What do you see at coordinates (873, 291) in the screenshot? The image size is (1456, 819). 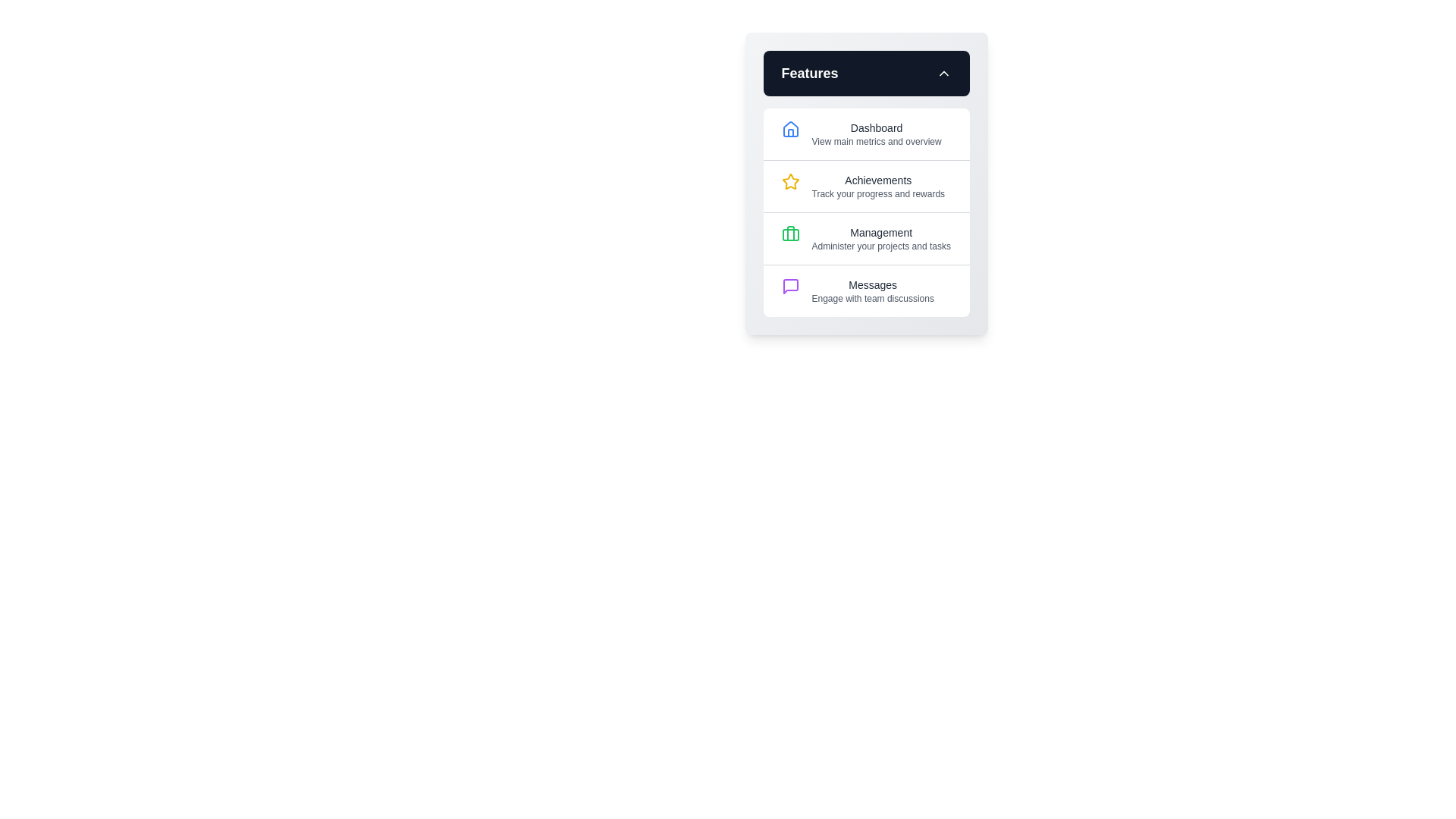 I see `the 'Messages' text block, which features a title styled in medium-weight dark grey and a subtitle in smaller light grey` at bounding box center [873, 291].